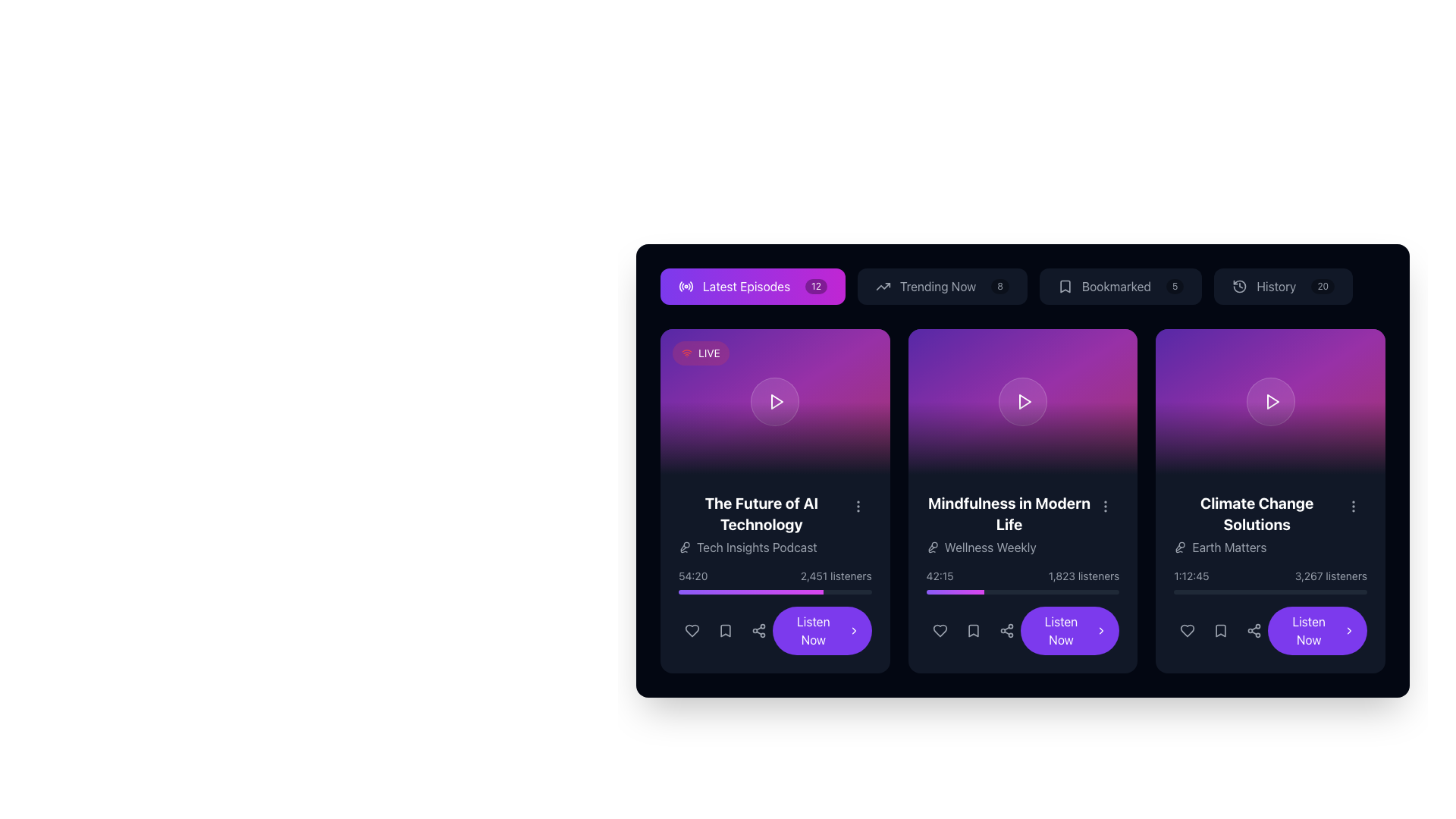 This screenshot has height=819, width=1456. What do you see at coordinates (1270, 610) in the screenshot?
I see `text displayed in the Label element located at the bottom section of the 'Climate Change Solutions' card, which shows a progress time indicator and a count of listeners` at bounding box center [1270, 610].